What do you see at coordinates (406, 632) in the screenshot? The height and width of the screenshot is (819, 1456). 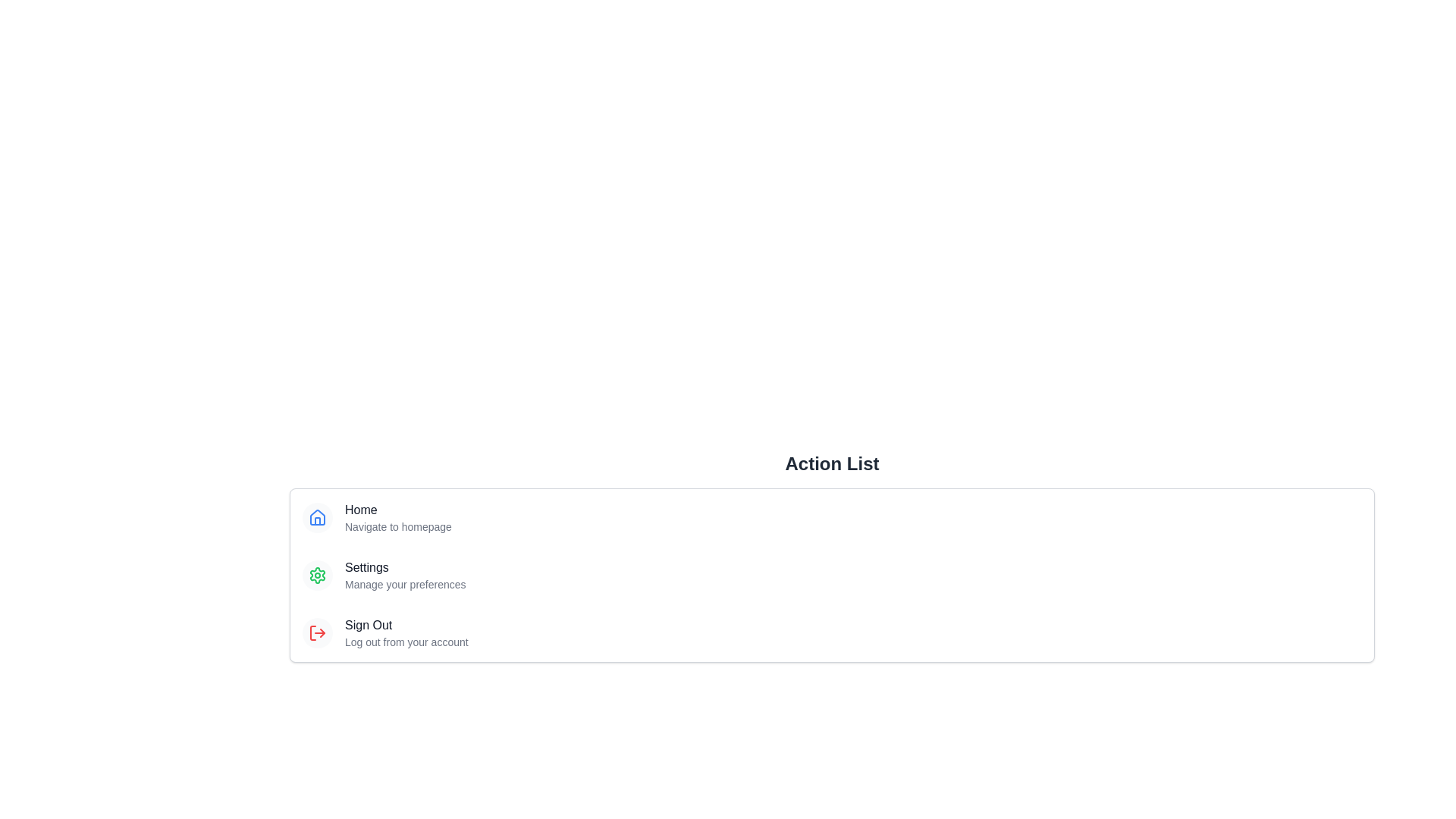 I see `the clickable text option for logging out, which is the third item in a vertically aligned list located in the lower-left part of the interface` at bounding box center [406, 632].